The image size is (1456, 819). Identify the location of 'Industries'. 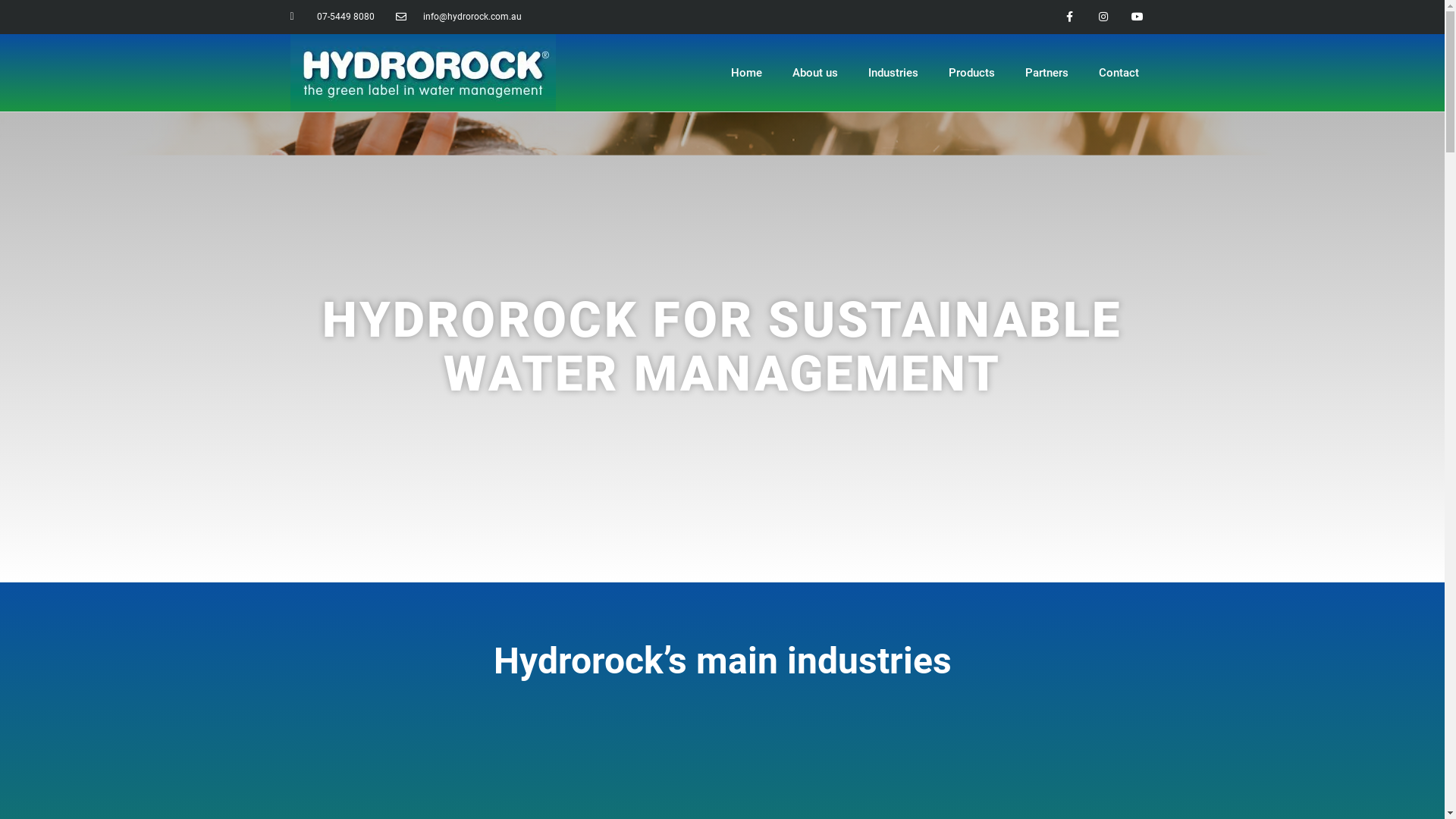
(896, 73).